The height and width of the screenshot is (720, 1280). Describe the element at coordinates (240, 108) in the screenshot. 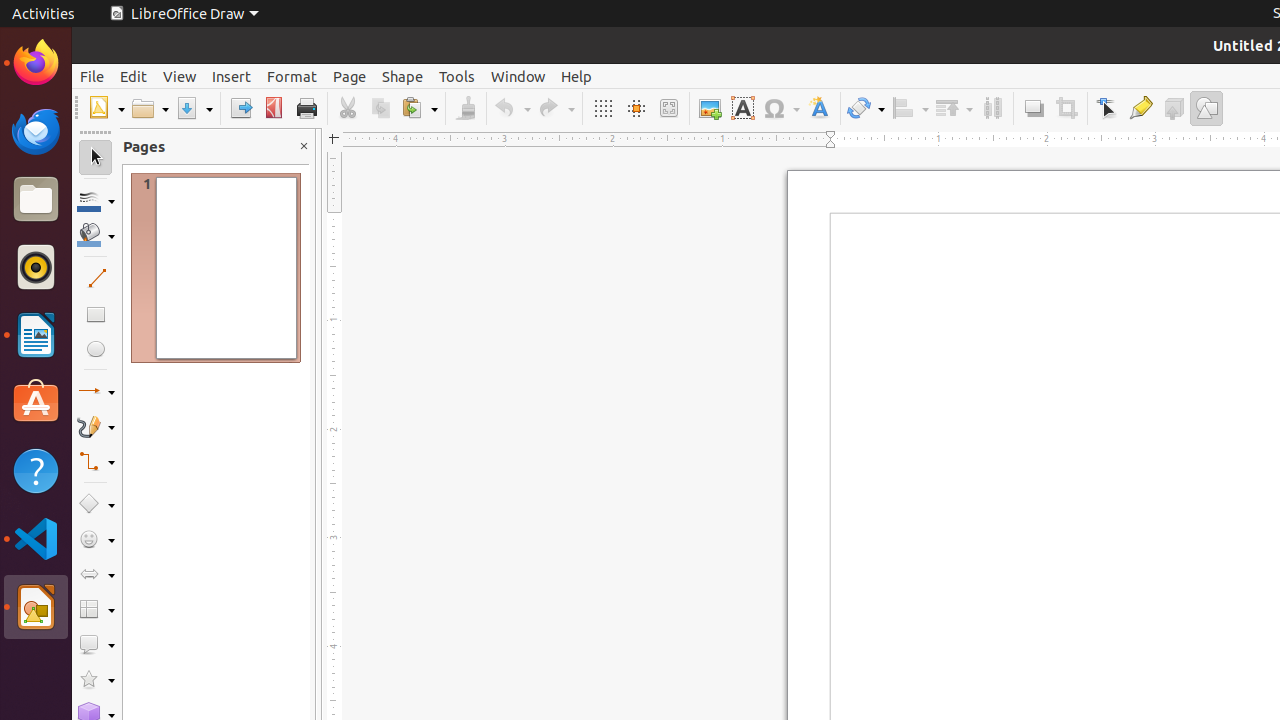

I see `'Export'` at that location.